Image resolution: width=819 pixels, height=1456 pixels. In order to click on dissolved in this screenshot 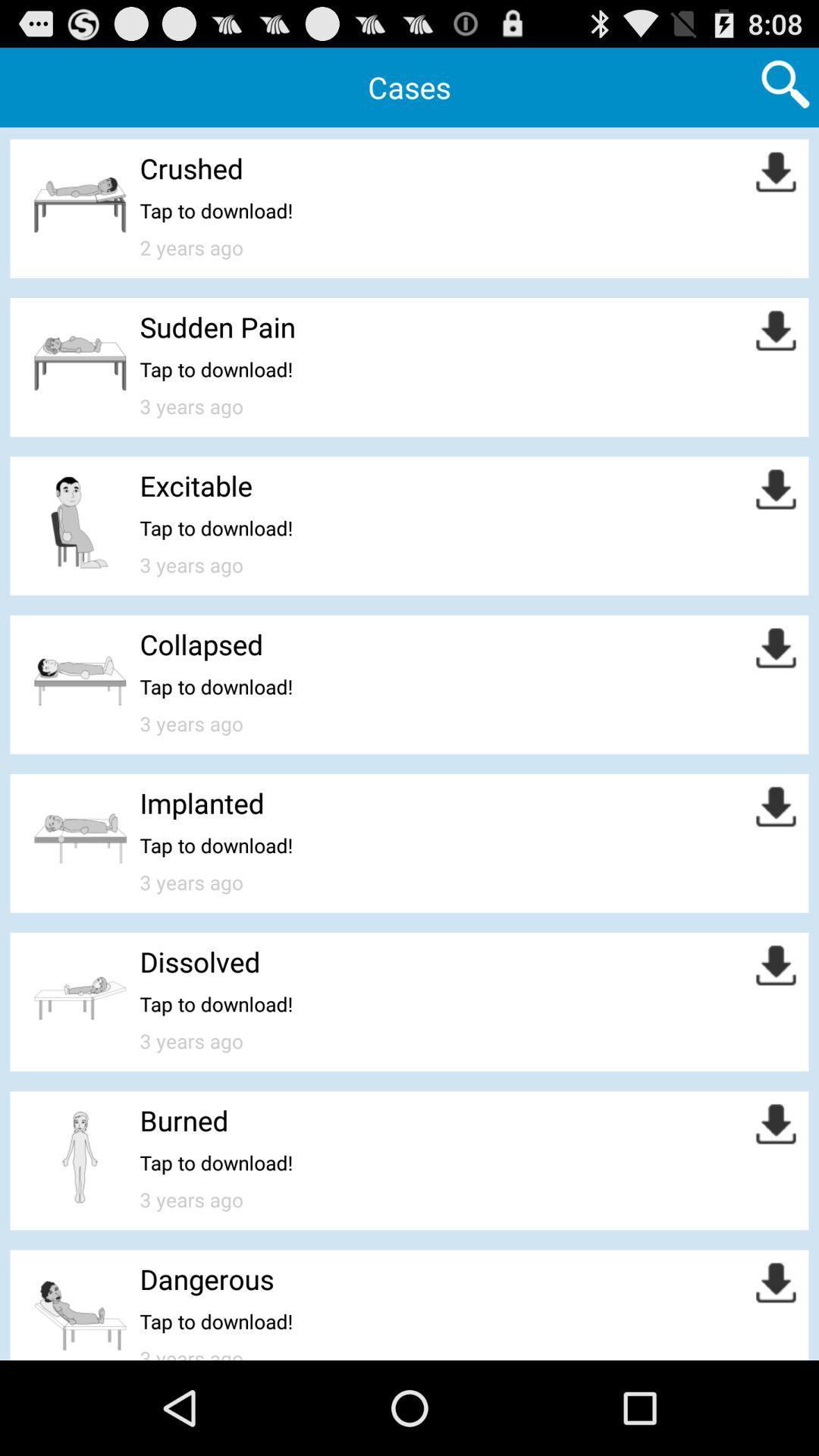, I will do `click(199, 961)`.